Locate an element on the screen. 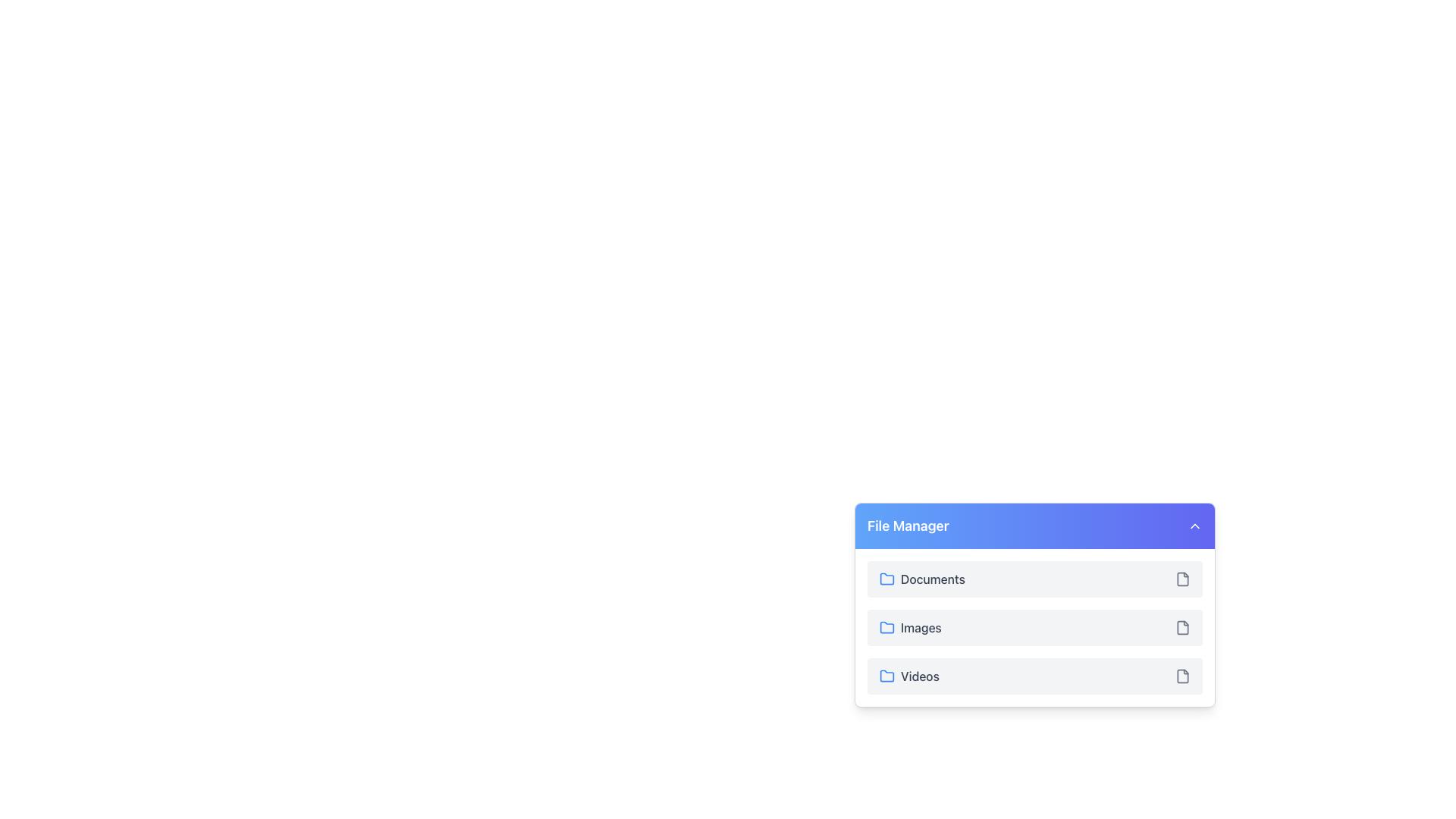  the folder icon with a blue border located next to the text 'Images' in the third row of the 'File Manager' interface is located at coordinates (887, 626).